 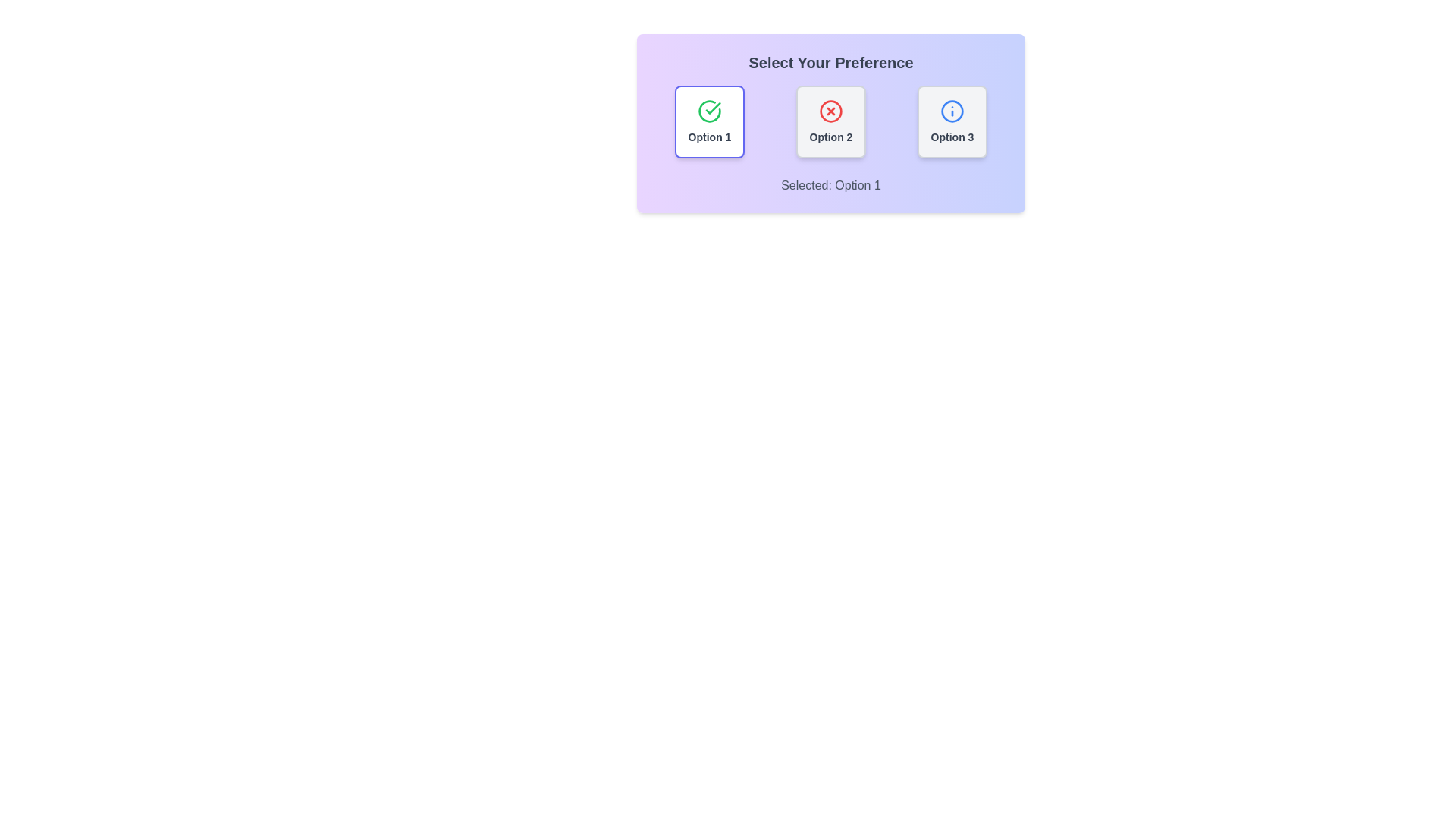 What do you see at coordinates (952, 121) in the screenshot?
I see `the button corresponding to Option 3 to select it` at bounding box center [952, 121].